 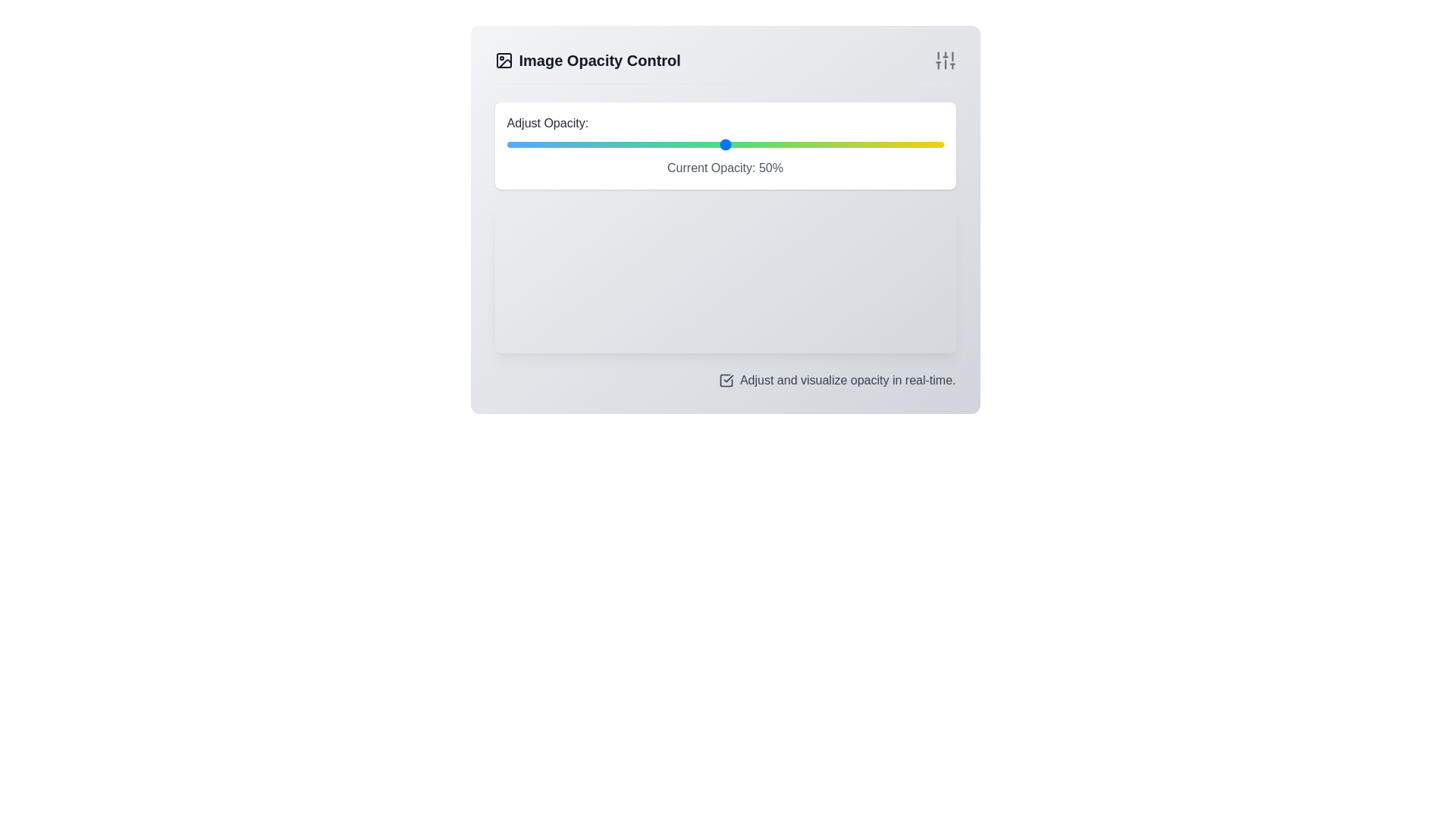 What do you see at coordinates (724, 145) in the screenshot?
I see `the opacity` at bounding box center [724, 145].